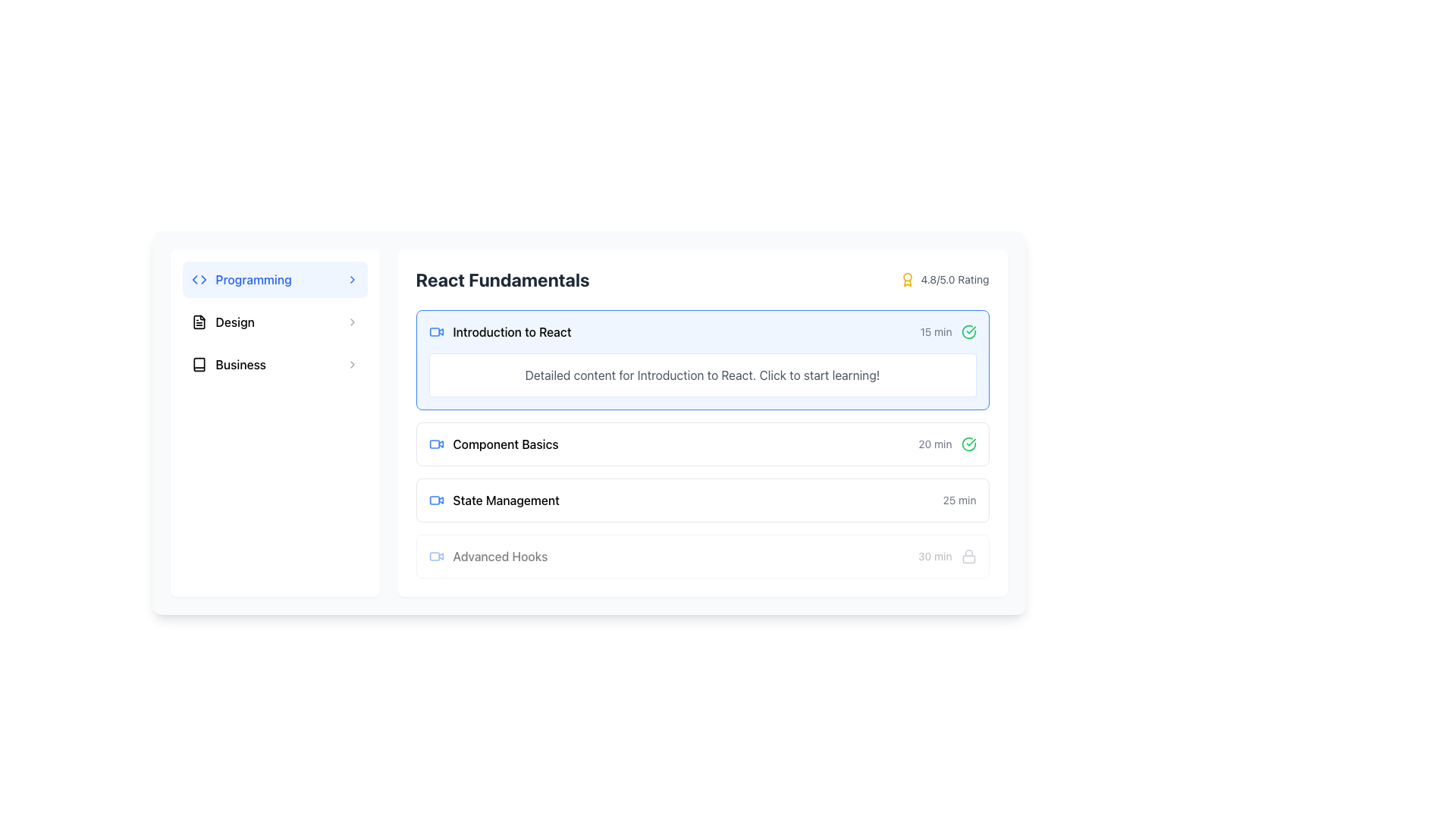 Image resolution: width=1456 pixels, height=819 pixels. I want to click on estimated time required for completing the lesson 'Component Basics' from the text label located to the left of the green check icon in the same row, so click(934, 444).